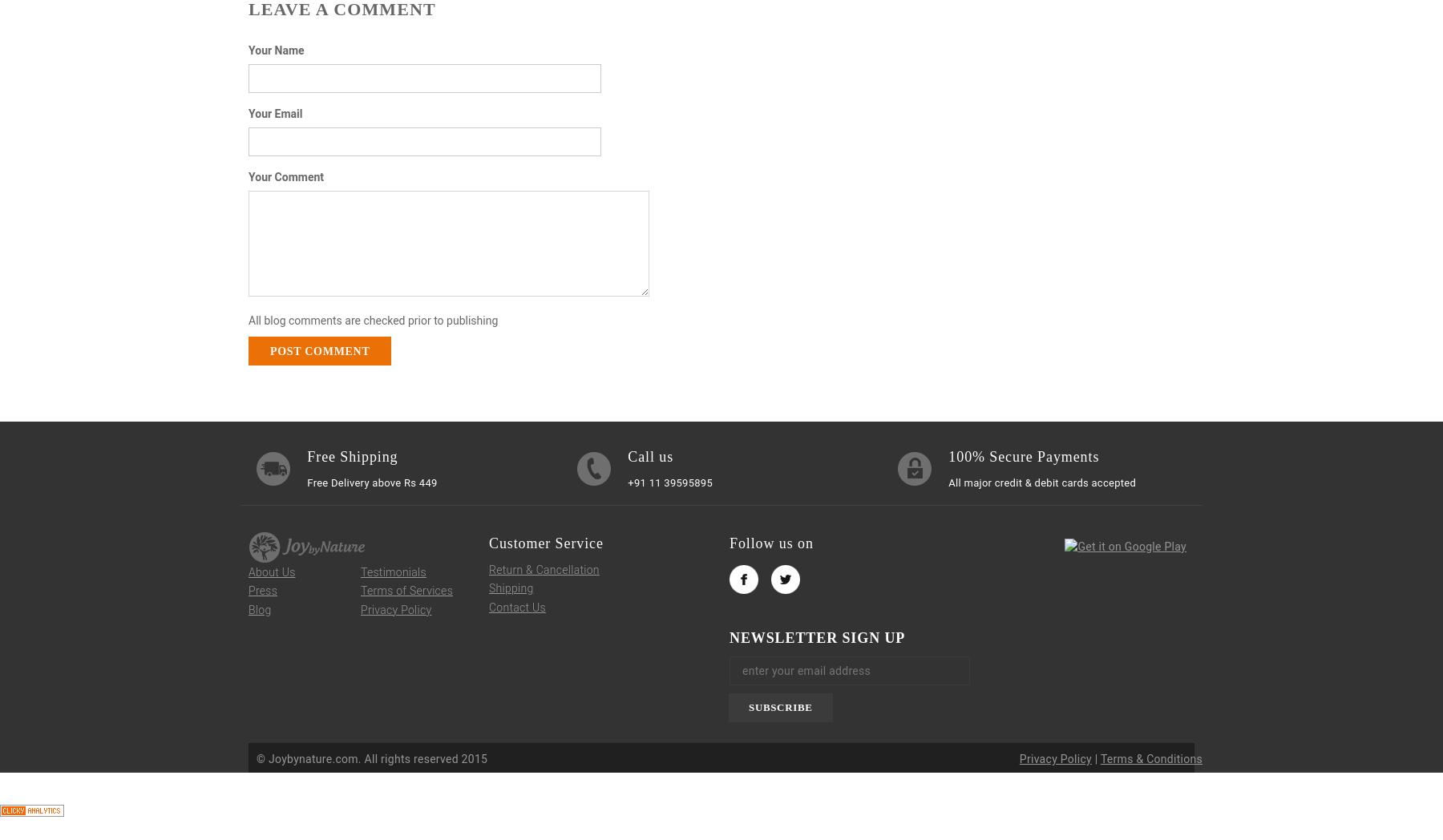 The width and height of the screenshot is (1443, 840). What do you see at coordinates (1041, 482) in the screenshot?
I see `'All major credit & debit cards accepted'` at bounding box center [1041, 482].